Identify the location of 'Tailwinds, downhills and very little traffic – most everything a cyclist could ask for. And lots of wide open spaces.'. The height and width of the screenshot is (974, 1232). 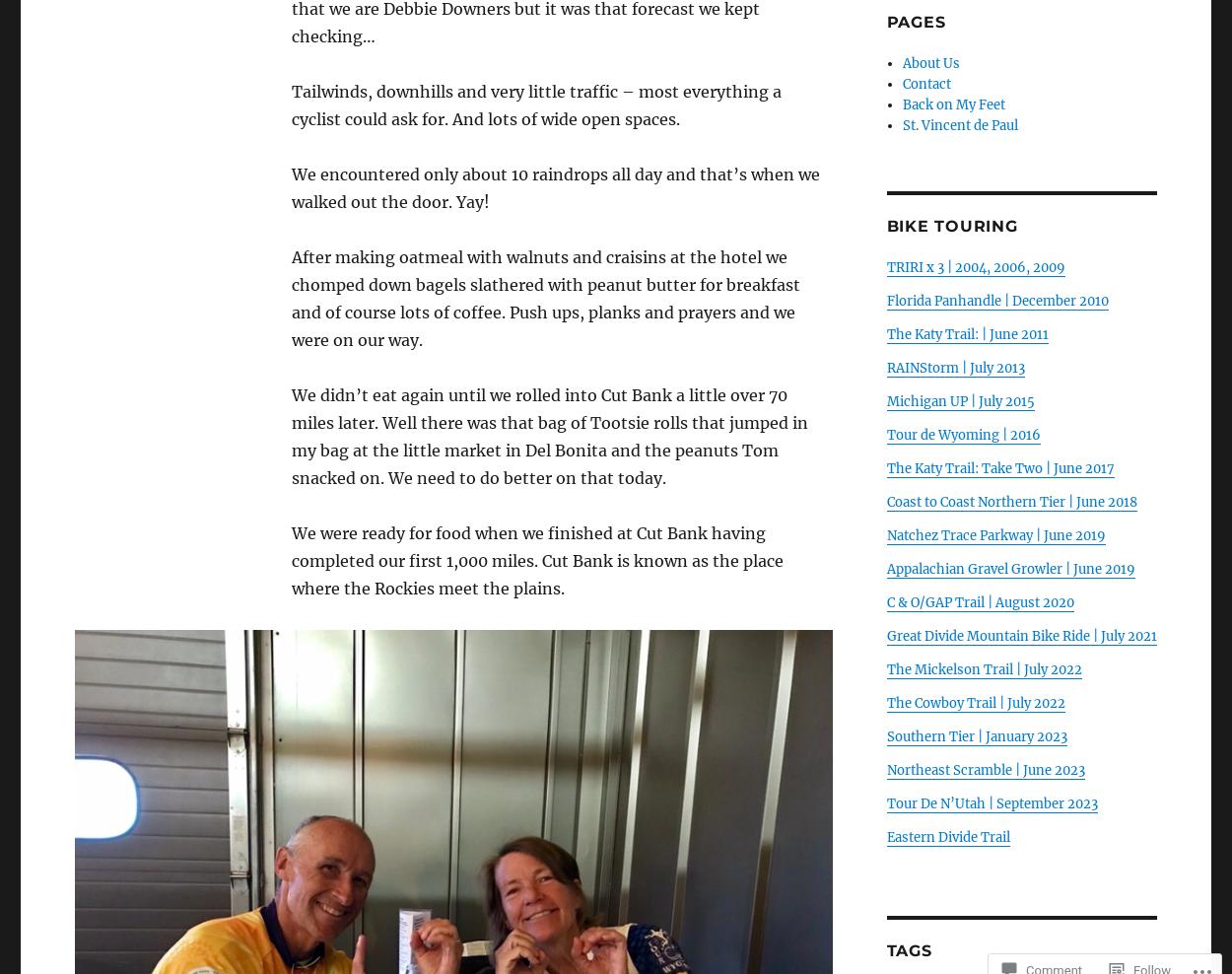
(535, 105).